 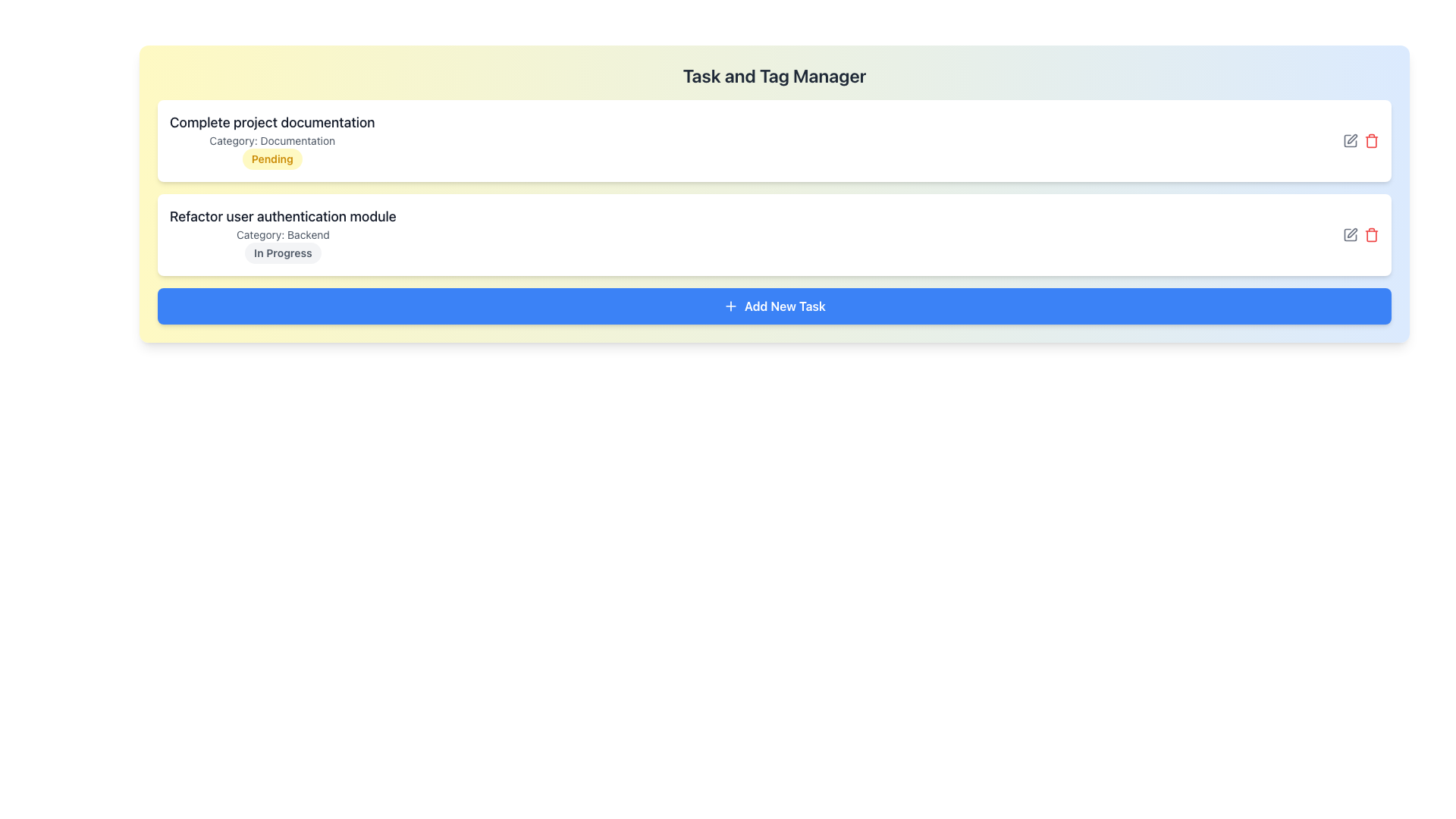 I want to click on the second task item display block in the task manager system to focus on it, so click(x=283, y=234).